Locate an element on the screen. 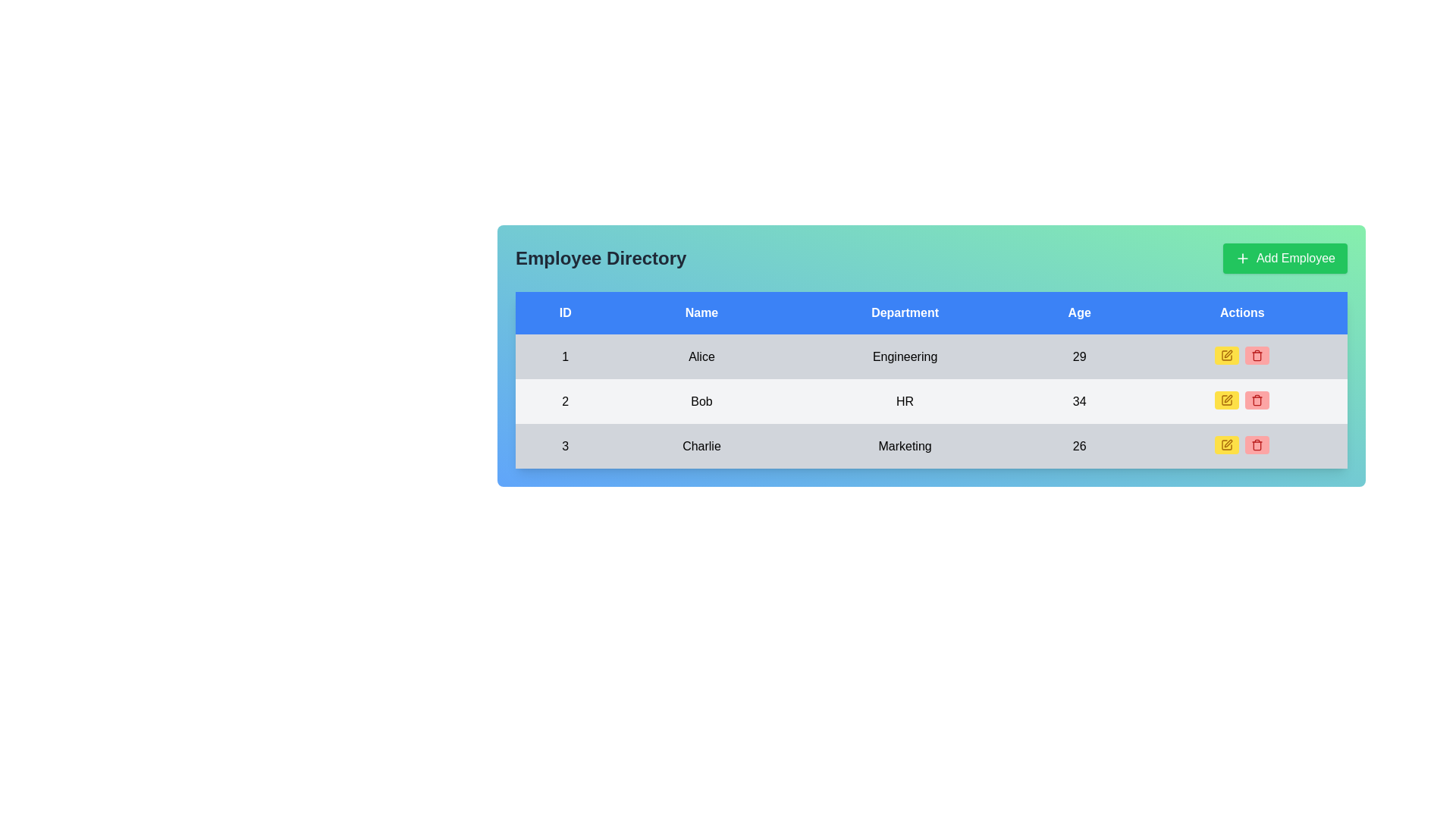  the edit button in the 'Actions' column of the first row in the employee table to initiate the edit action is located at coordinates (1227, 356).